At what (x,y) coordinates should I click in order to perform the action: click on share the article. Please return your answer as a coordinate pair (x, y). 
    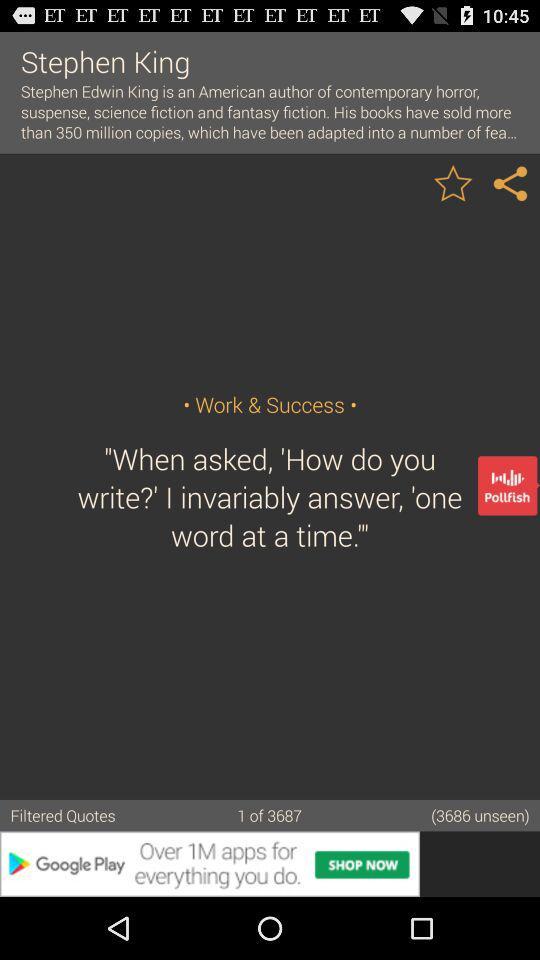
    Looking at the image, I should click on (511, 182).